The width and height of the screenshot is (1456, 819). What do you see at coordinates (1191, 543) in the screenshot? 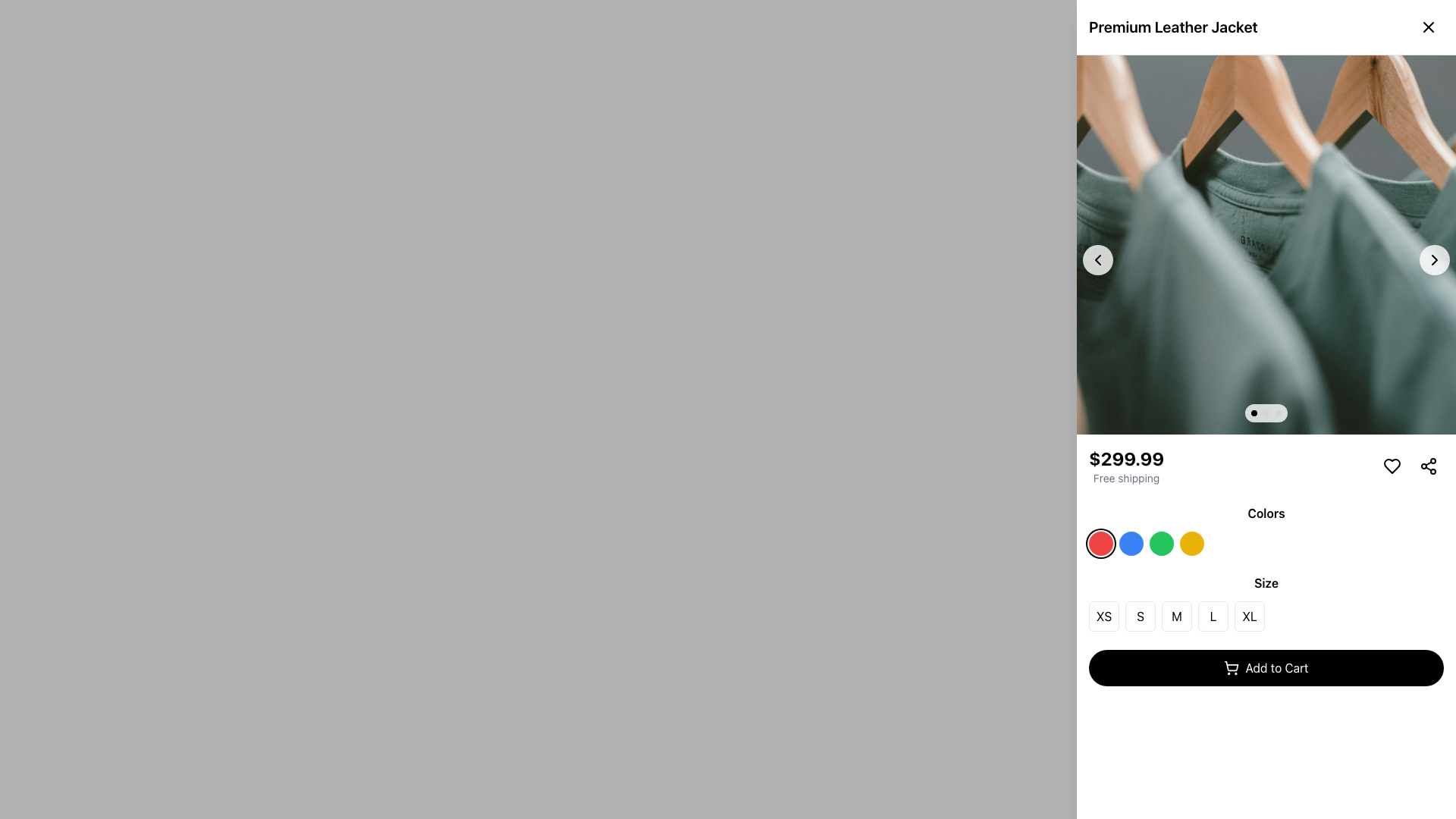
I see `the selectable circle indicator with a yellow background located in the fourth position of the horizontal arrangement of circular elements` at bounding box center [1191, 543].